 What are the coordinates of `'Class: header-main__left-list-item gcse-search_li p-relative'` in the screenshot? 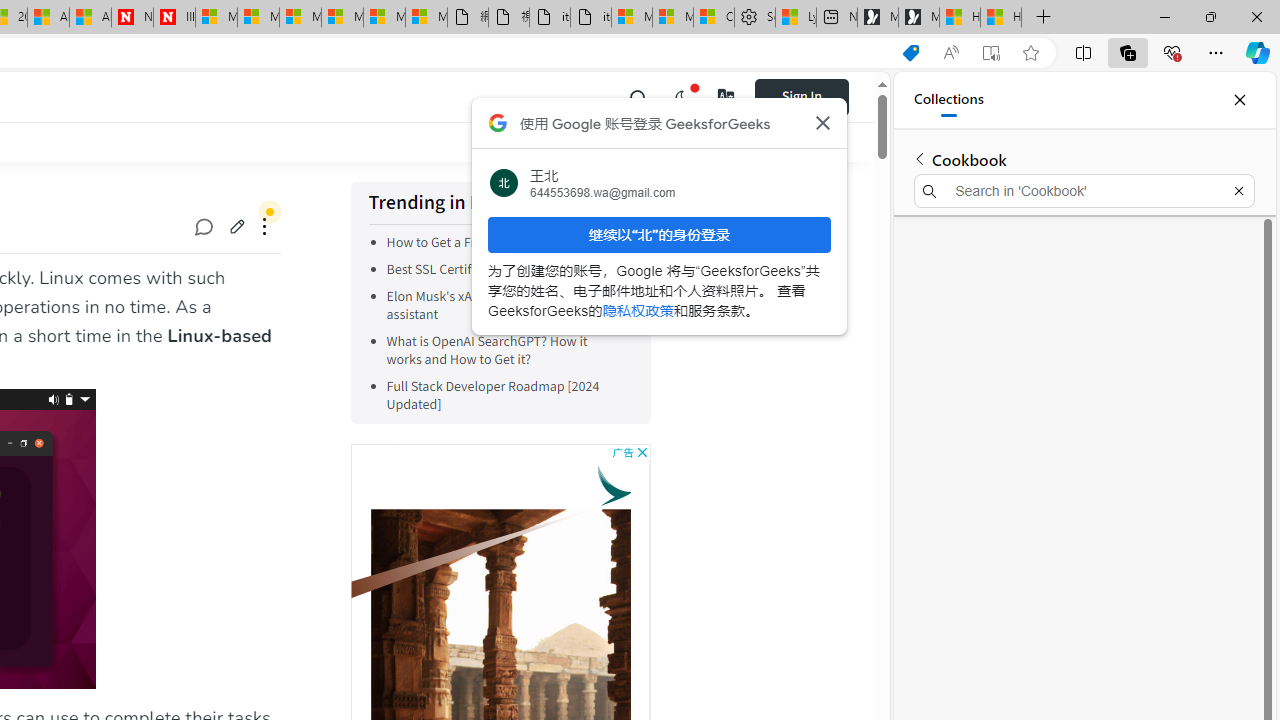 It's located at (637, 96).